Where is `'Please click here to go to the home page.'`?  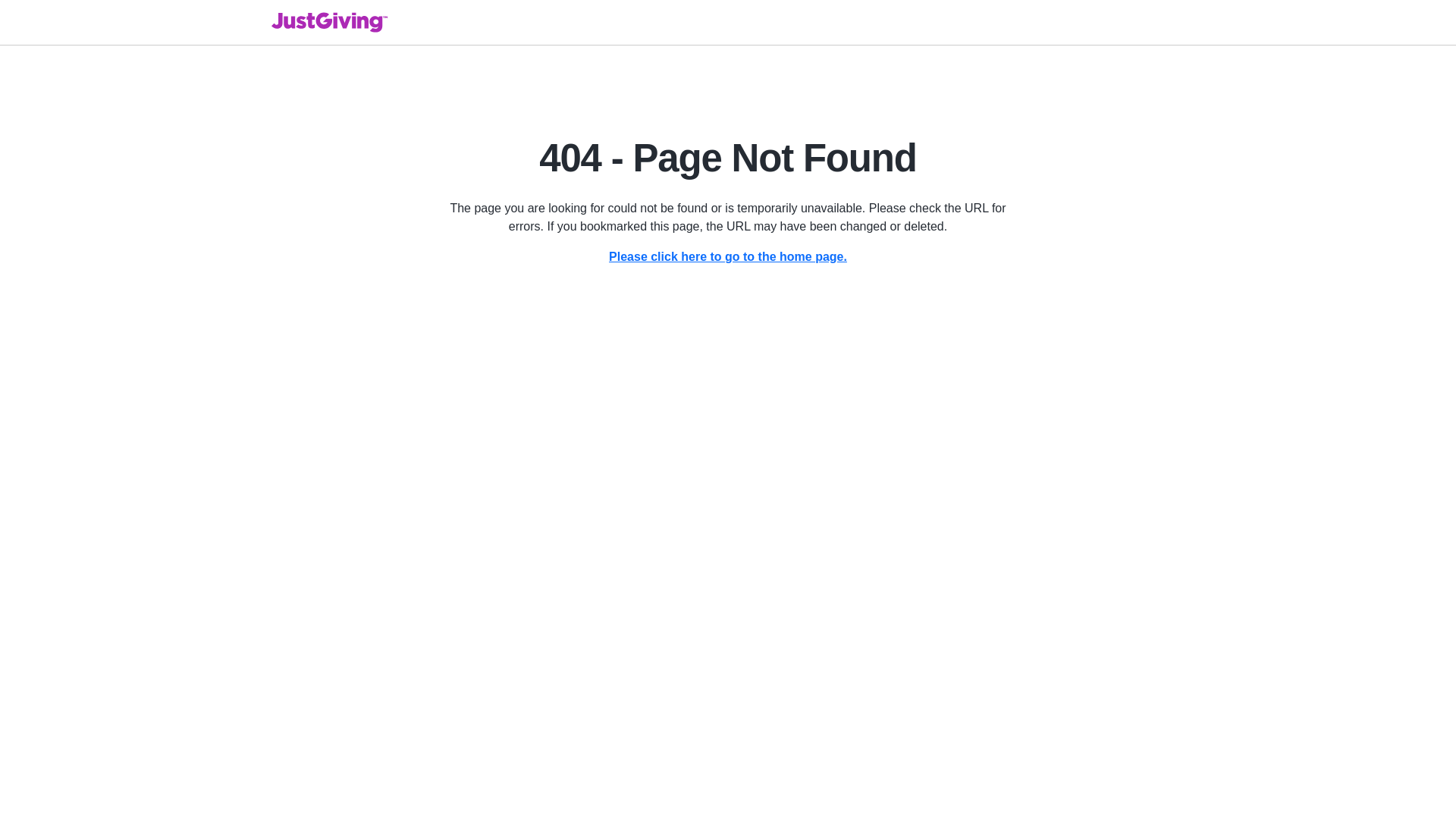 'Please click here to go to the home page.' is located at coordinates (728, 256).